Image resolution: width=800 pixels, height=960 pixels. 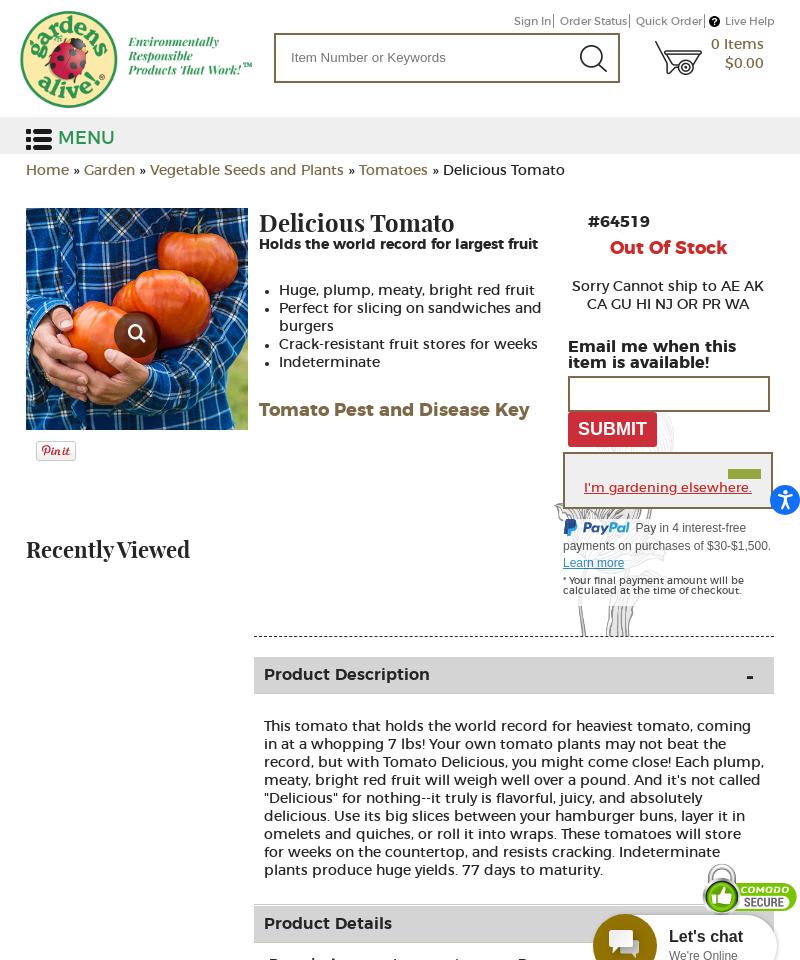 What do you see at coordinates (279, 317) in the screenshot?
I see `'Perfect for slicing on sandwiches and burgers'` at bounding box center [279, 317].